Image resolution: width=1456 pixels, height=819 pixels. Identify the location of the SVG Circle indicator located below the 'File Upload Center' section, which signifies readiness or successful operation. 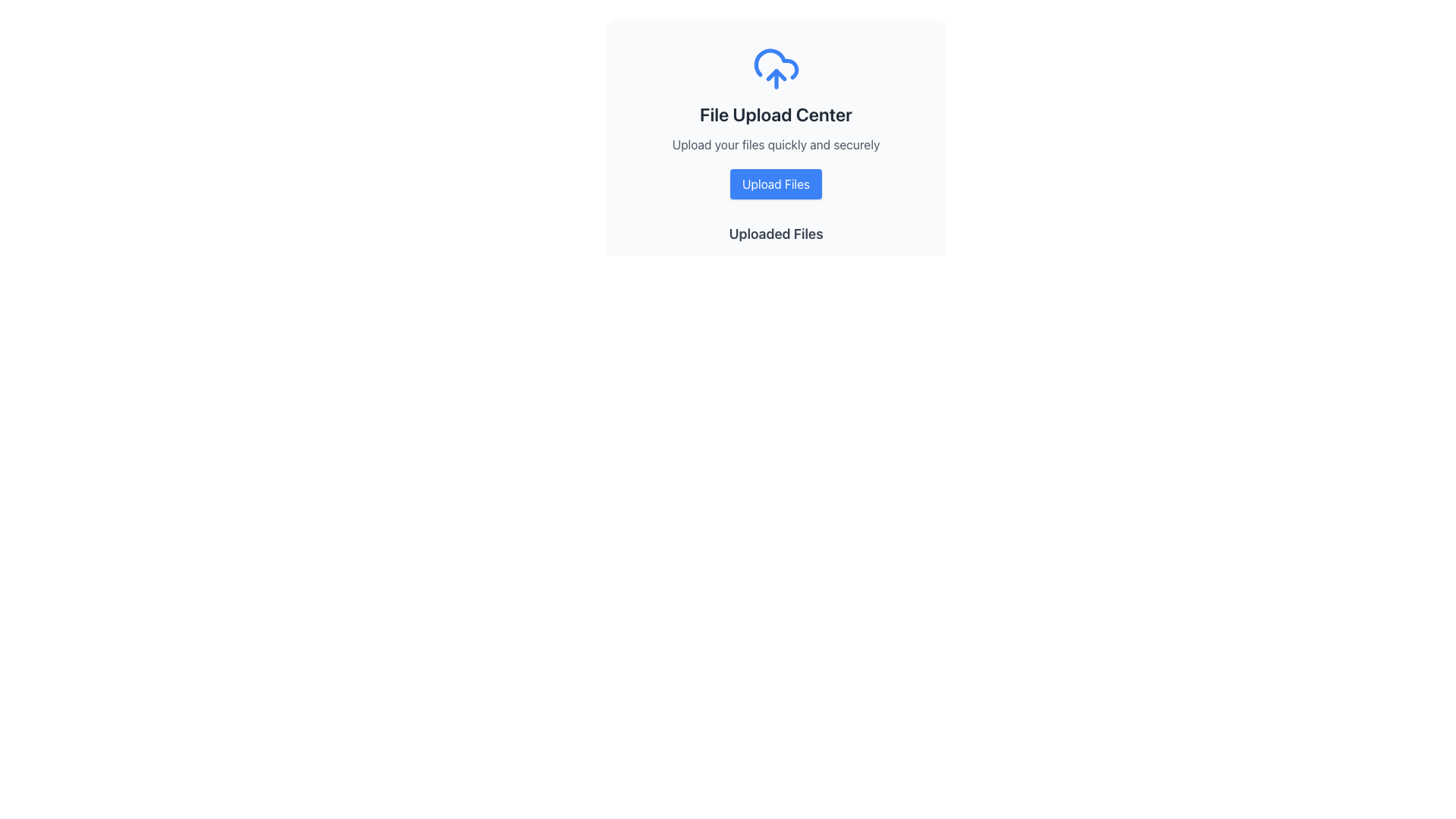
(638, 265).